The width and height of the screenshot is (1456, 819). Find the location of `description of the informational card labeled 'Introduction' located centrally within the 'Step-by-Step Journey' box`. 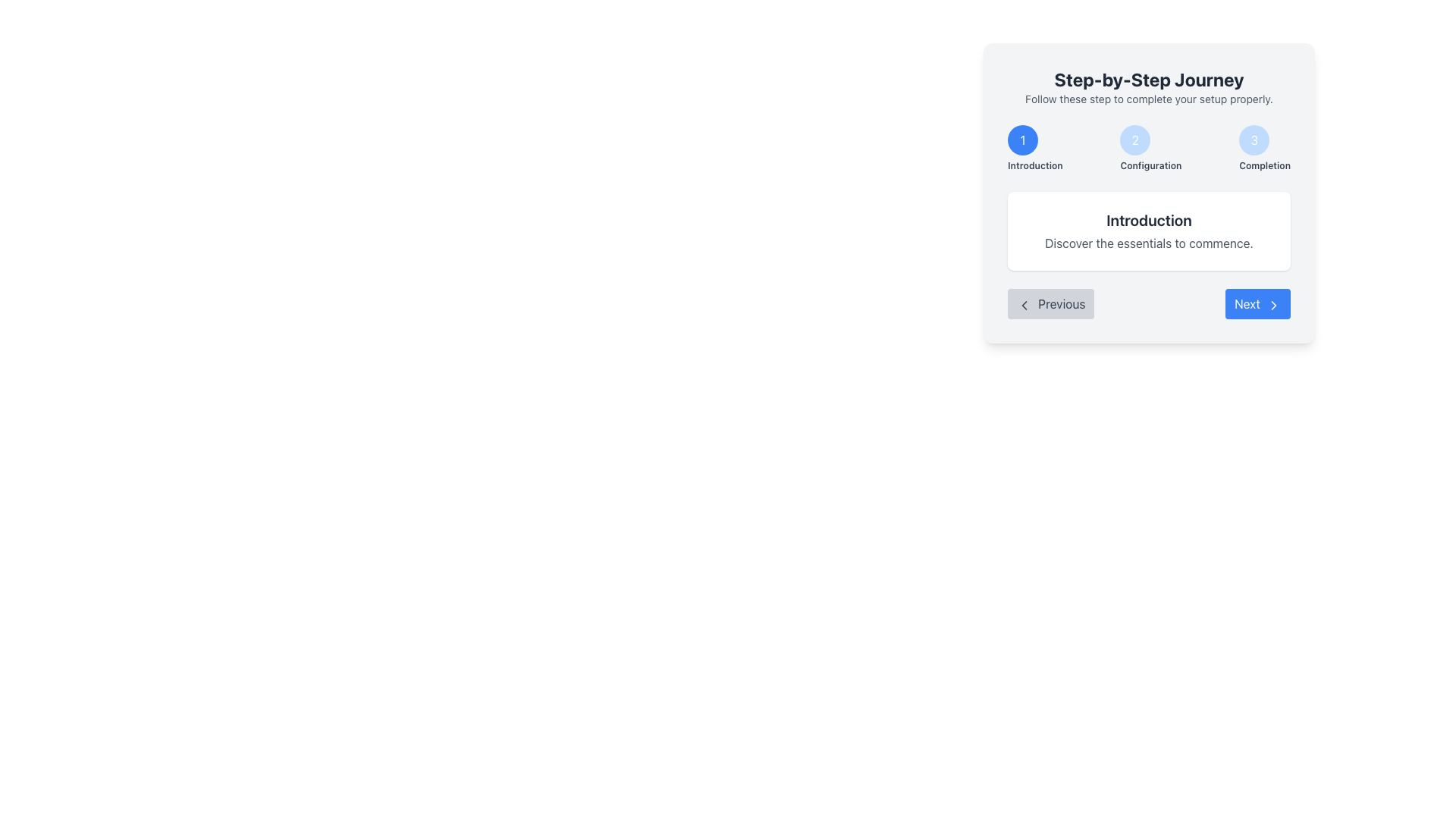

description of the informational card labeled 'Introduction' located centrally within the 'Step-by-Step Journey' box is located at coordinates (1149, 231).